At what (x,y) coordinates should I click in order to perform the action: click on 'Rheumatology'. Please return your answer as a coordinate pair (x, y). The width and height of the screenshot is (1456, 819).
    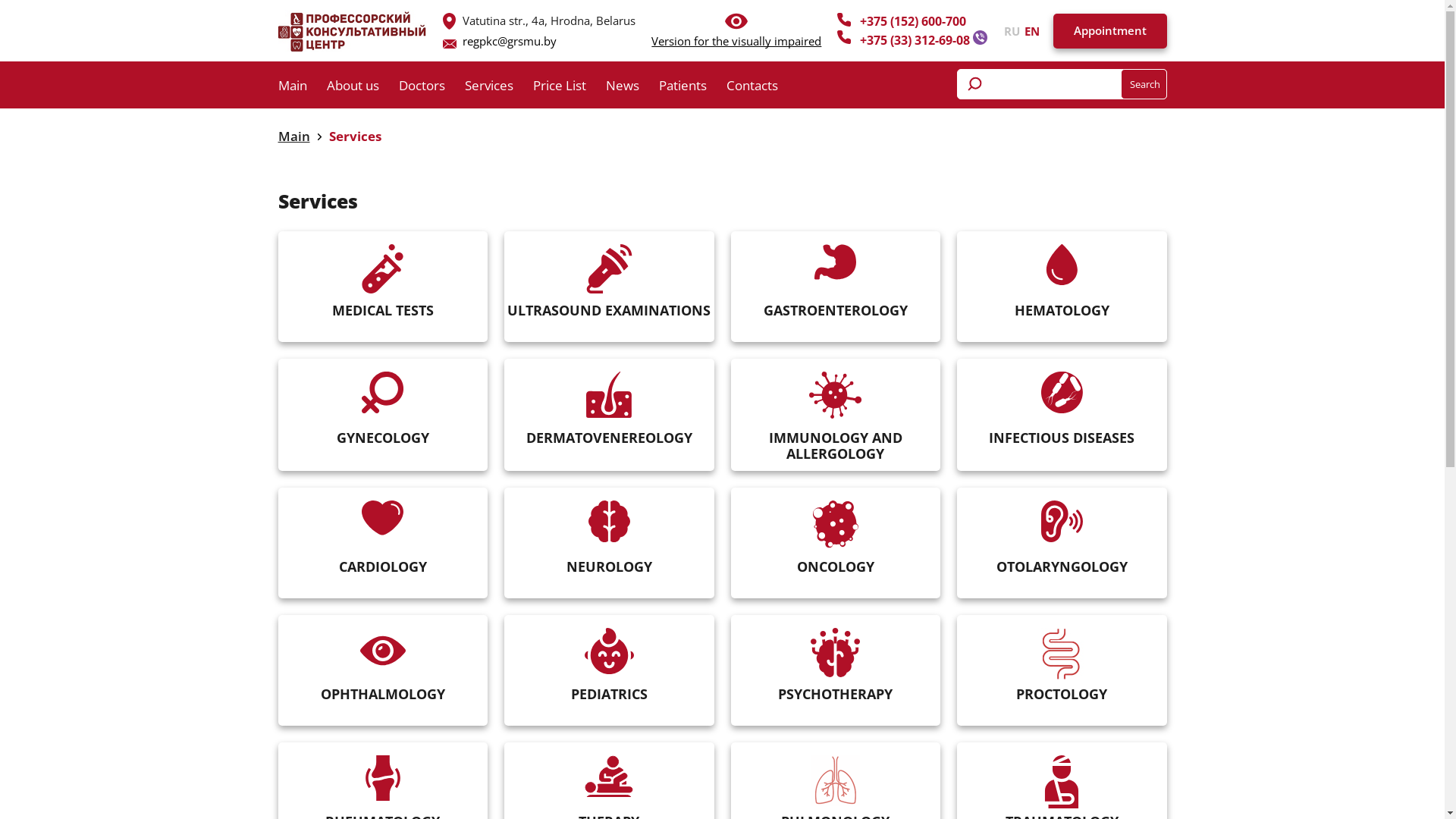
    Looking at the image, I should click on (382, 778).